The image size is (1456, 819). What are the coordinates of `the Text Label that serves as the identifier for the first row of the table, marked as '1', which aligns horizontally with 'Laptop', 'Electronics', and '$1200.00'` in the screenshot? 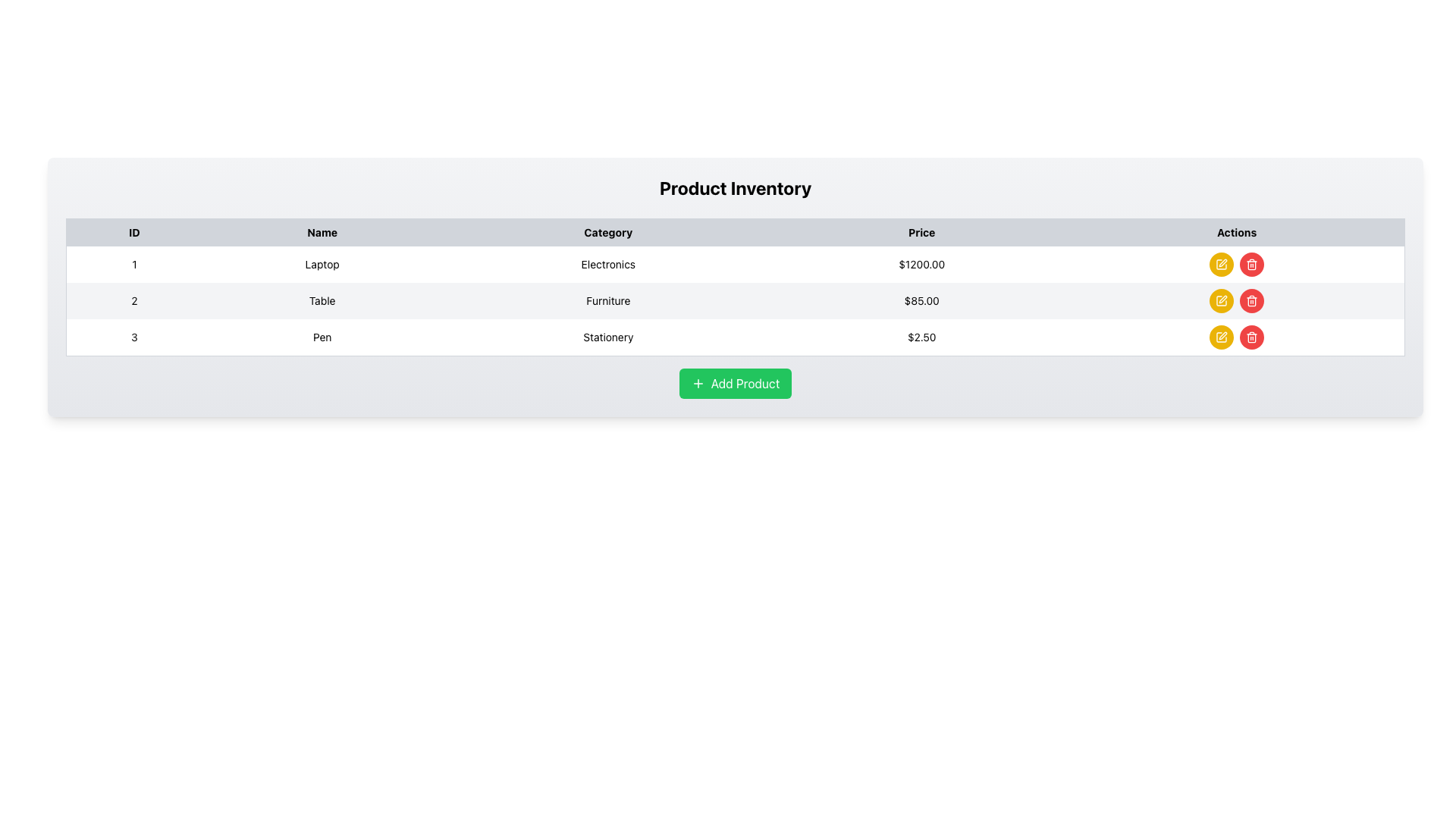 It's located at (134, 263).